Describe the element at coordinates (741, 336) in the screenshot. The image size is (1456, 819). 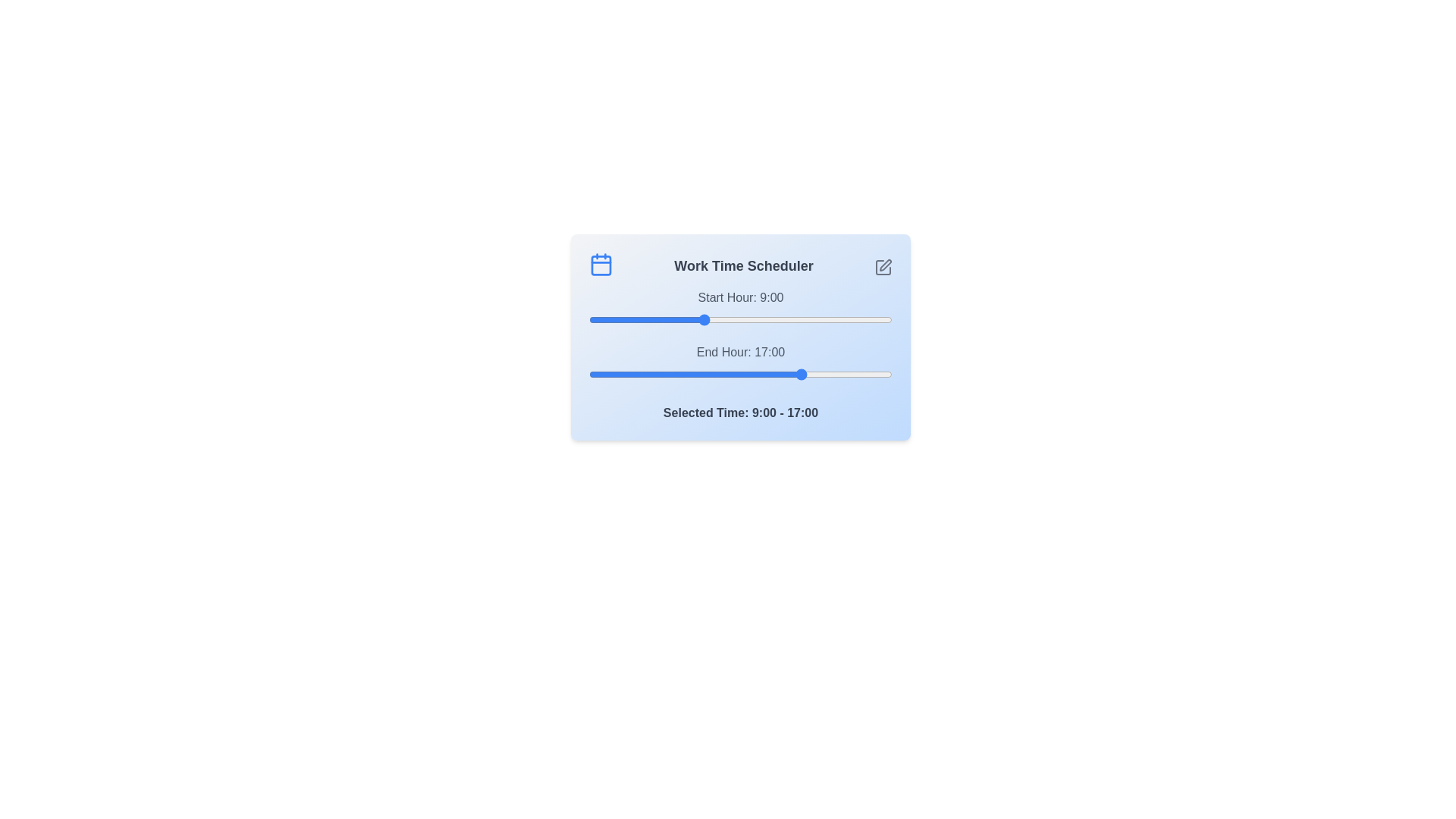
I see `the background of the AdvancedScheduler component` at that location.